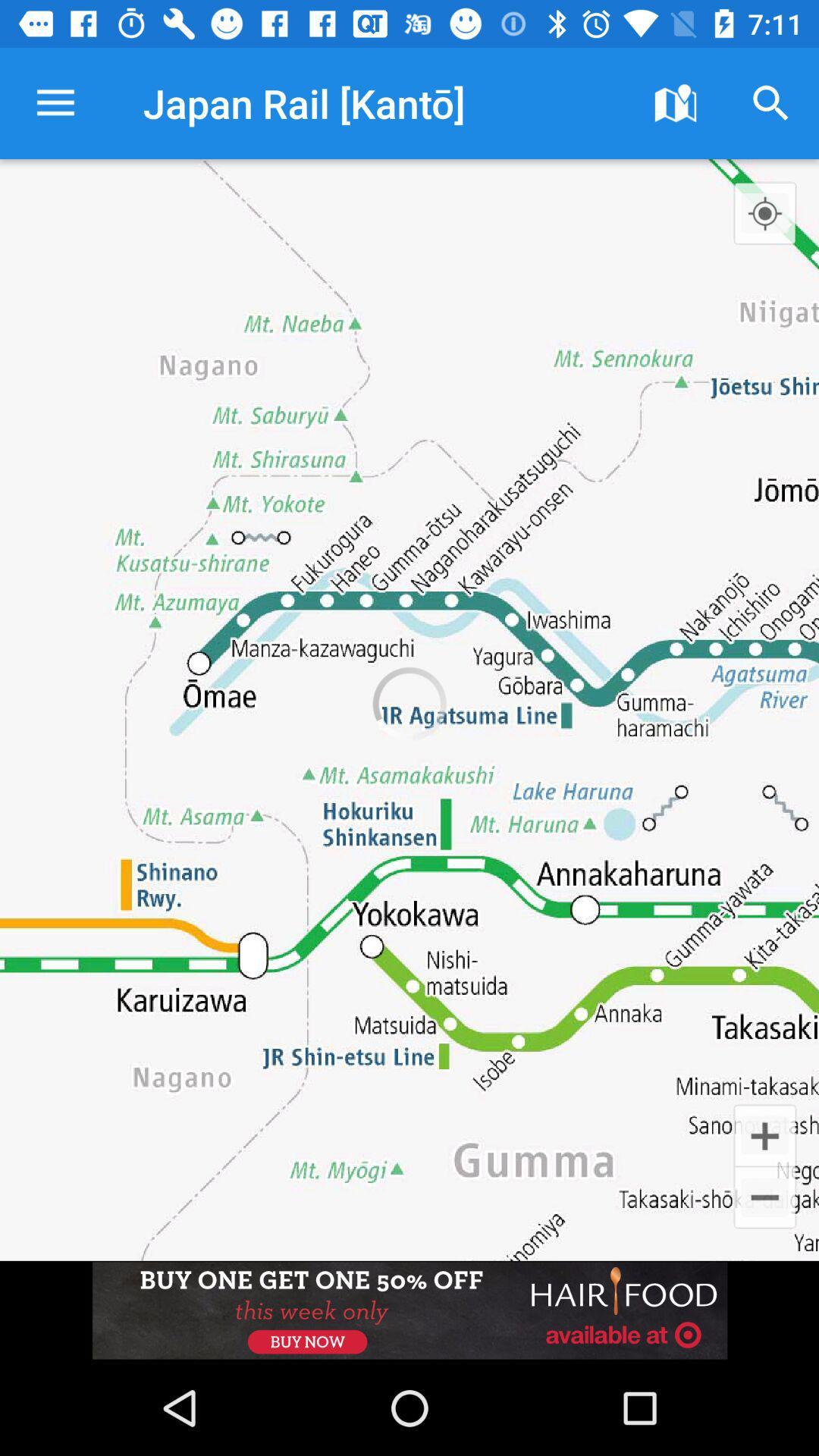 The height and width of the screenshot is (1456, 819). What do you see at coordinates (764, 1197) in the screenshot?
I see `the minus icon` at bounding box center [764, 1197].